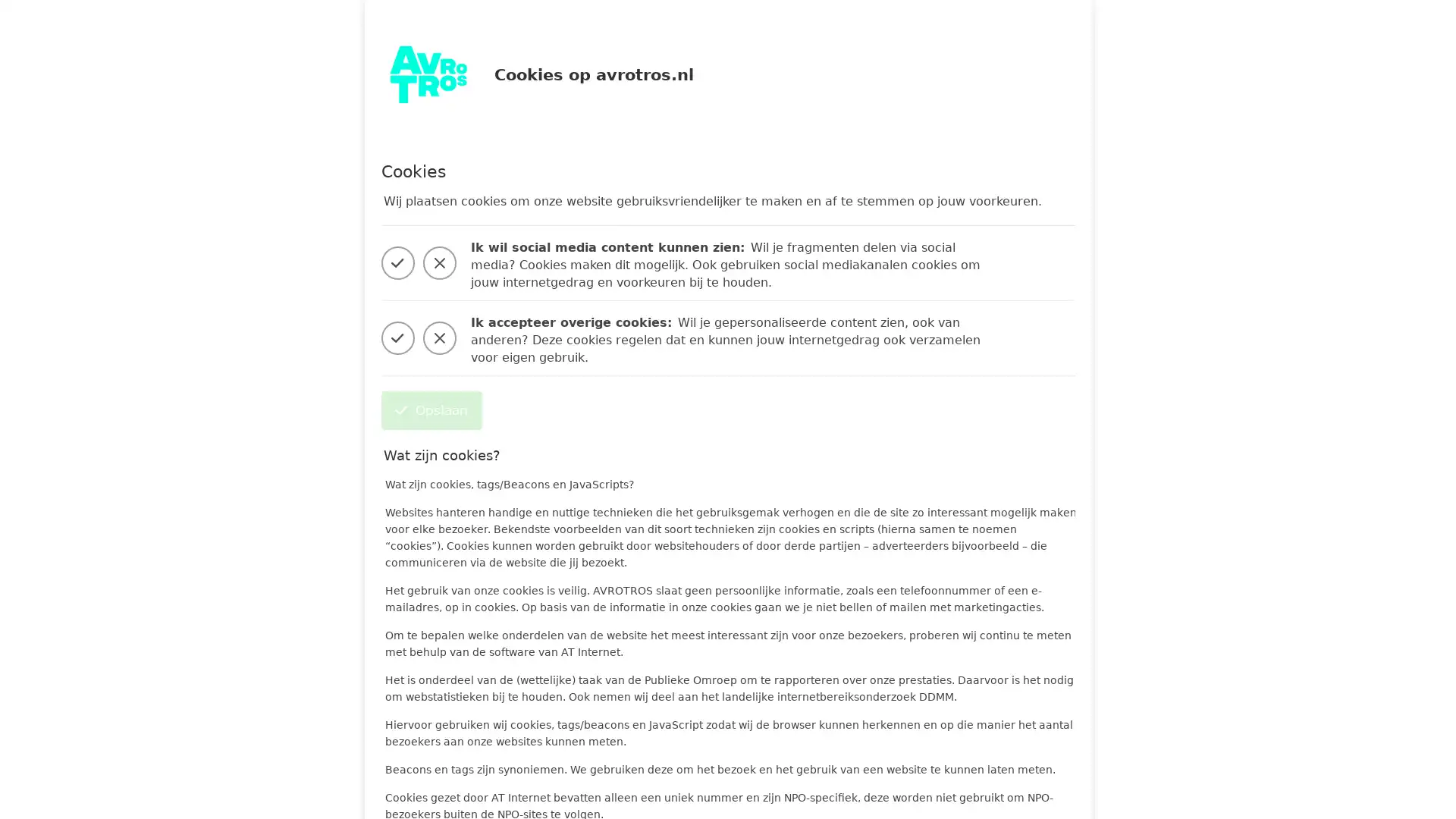  What do you see at coordinates (430, 410) in the screenshot?
I see `Opslaan` at bounding box center [430, 410].